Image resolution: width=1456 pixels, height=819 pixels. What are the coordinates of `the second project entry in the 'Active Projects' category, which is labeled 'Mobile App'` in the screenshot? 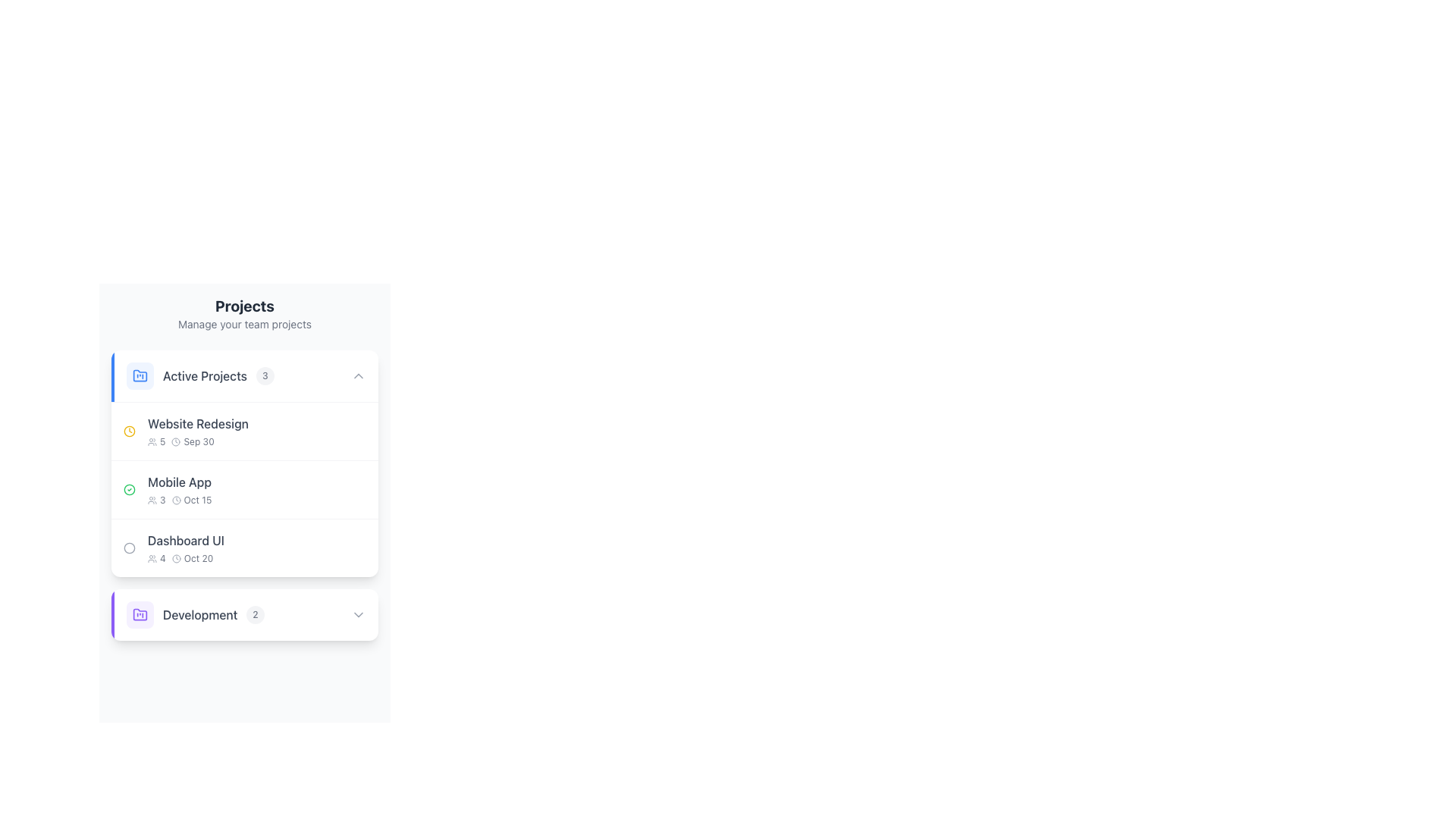 It's located at (168, 489).